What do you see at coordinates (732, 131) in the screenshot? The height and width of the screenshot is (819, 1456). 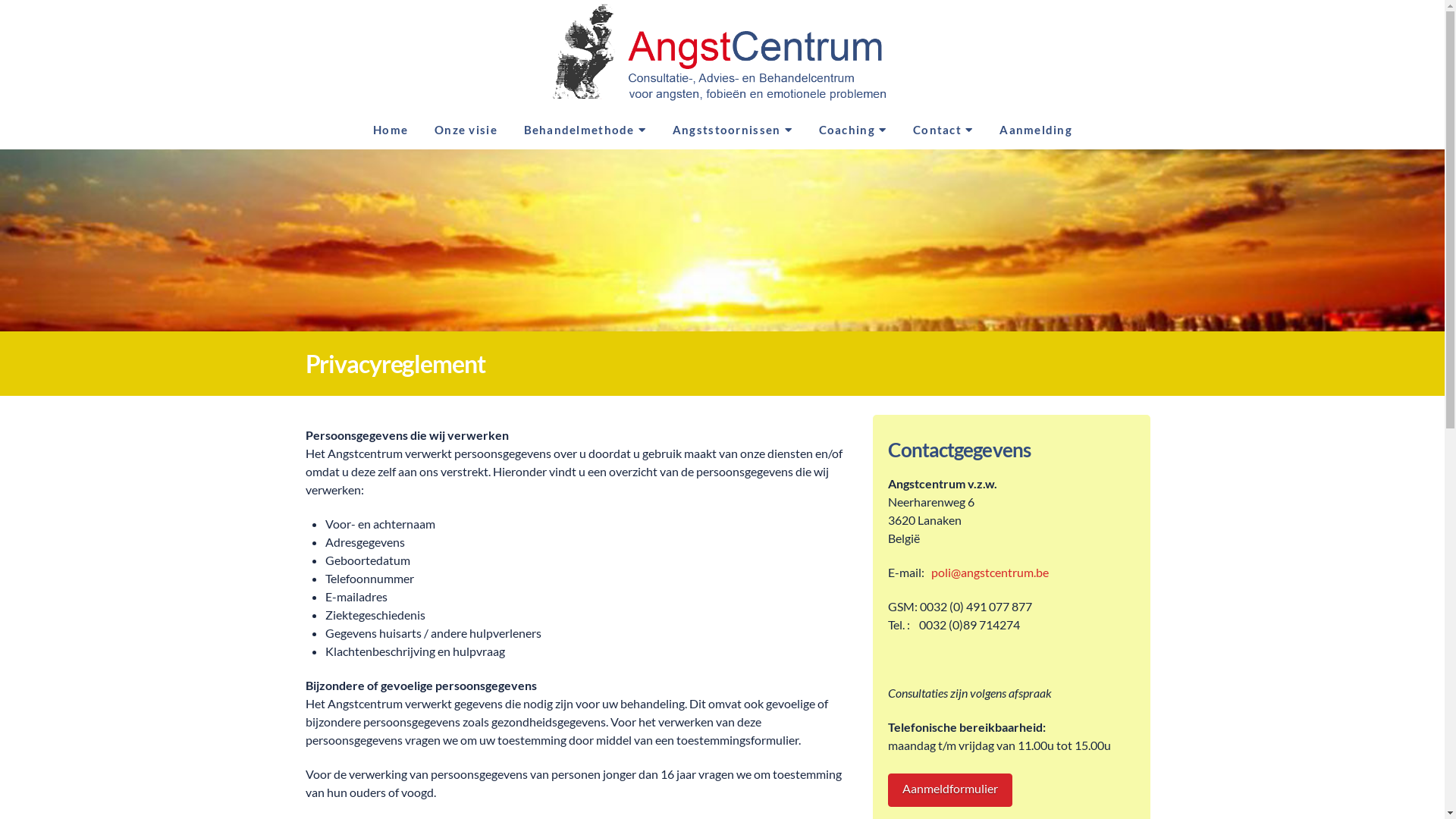 I see `'Angststoornissen'` at bounding box center [732, 131].